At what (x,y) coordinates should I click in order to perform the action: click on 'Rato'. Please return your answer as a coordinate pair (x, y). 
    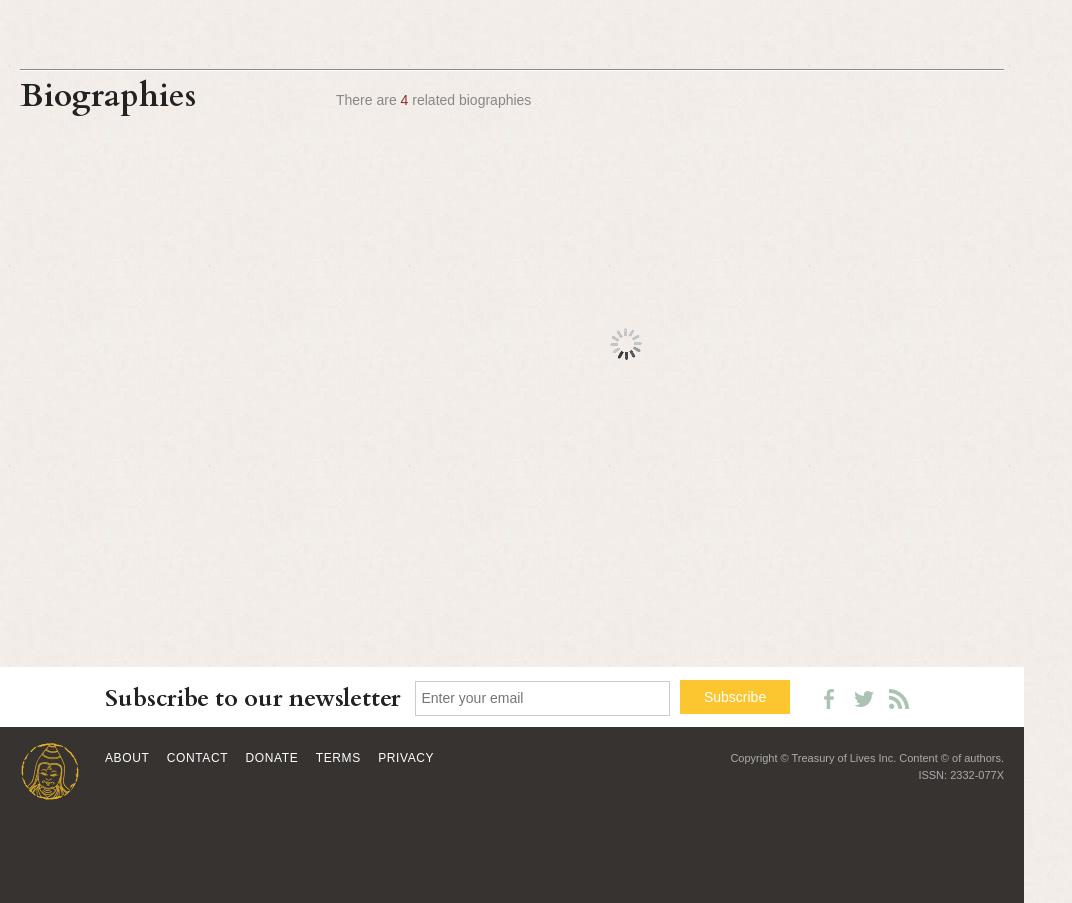
    Looking at the image, I should click on (797, 719).